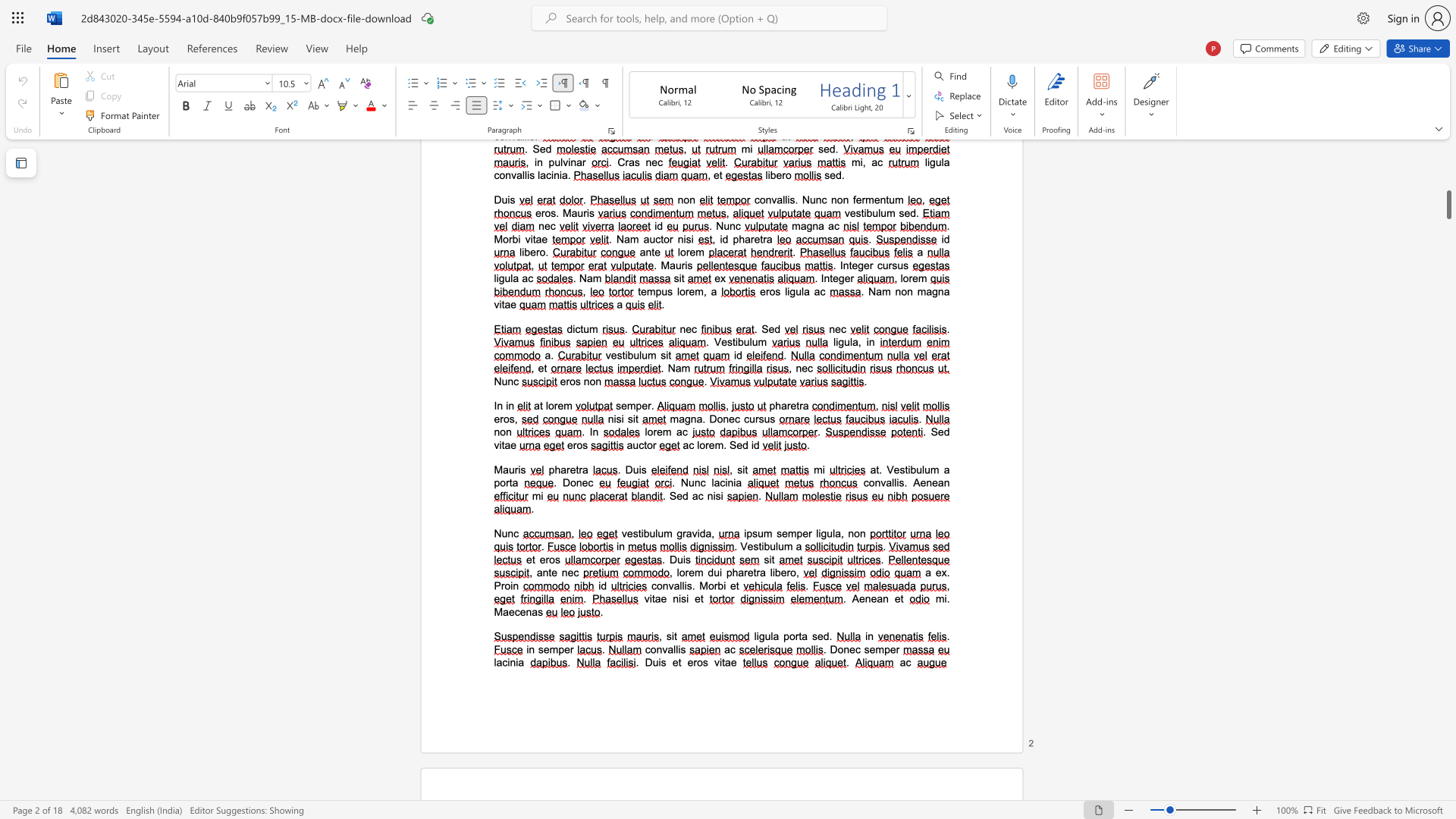  Describe the element at coordinates (572, 469) in the screenshot. I see `the 1th character "e" in the text` at that location.